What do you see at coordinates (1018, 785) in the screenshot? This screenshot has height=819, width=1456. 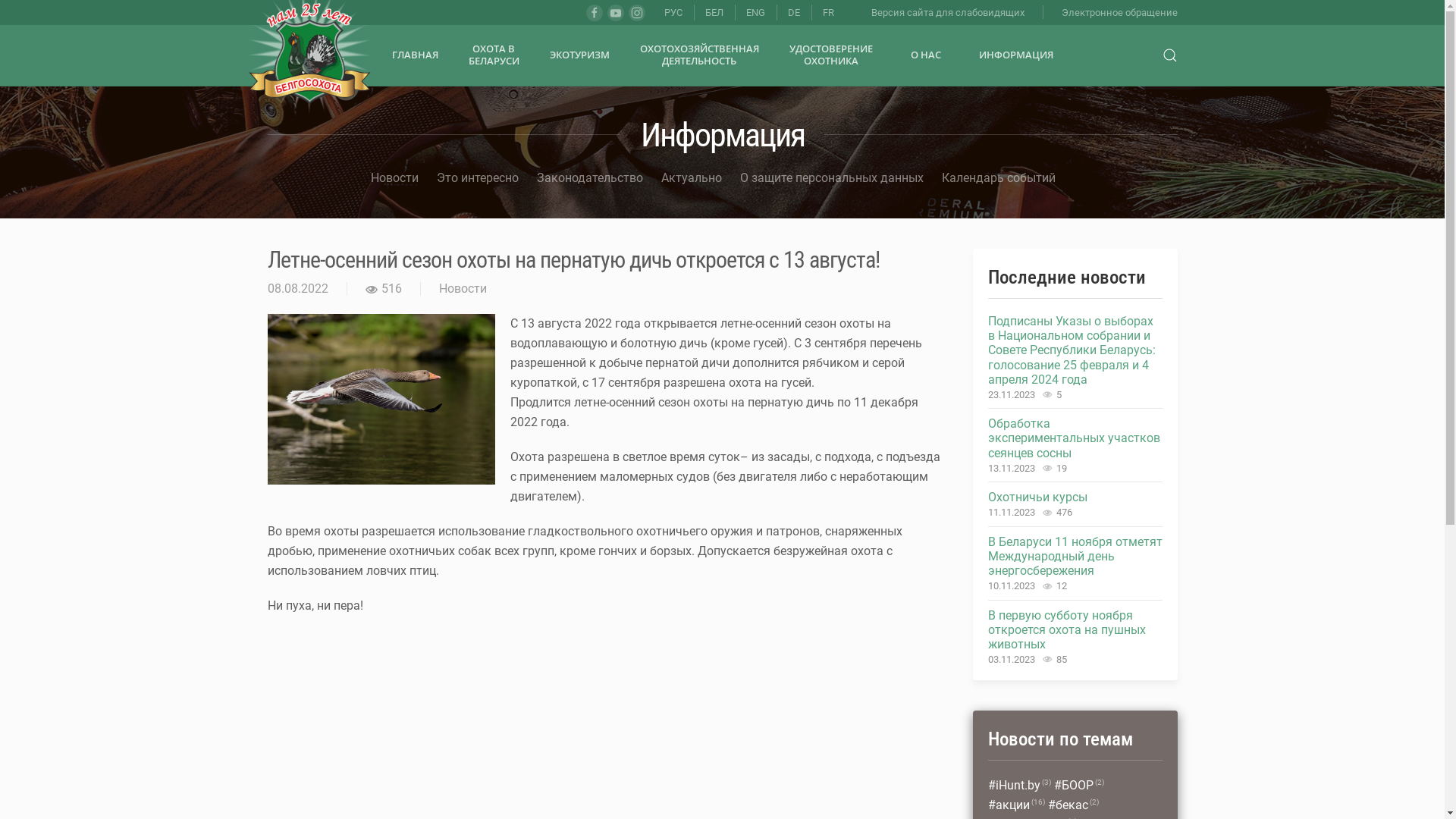 I see `'iHunt.by (3)'` at bounding box center [1018, 785].